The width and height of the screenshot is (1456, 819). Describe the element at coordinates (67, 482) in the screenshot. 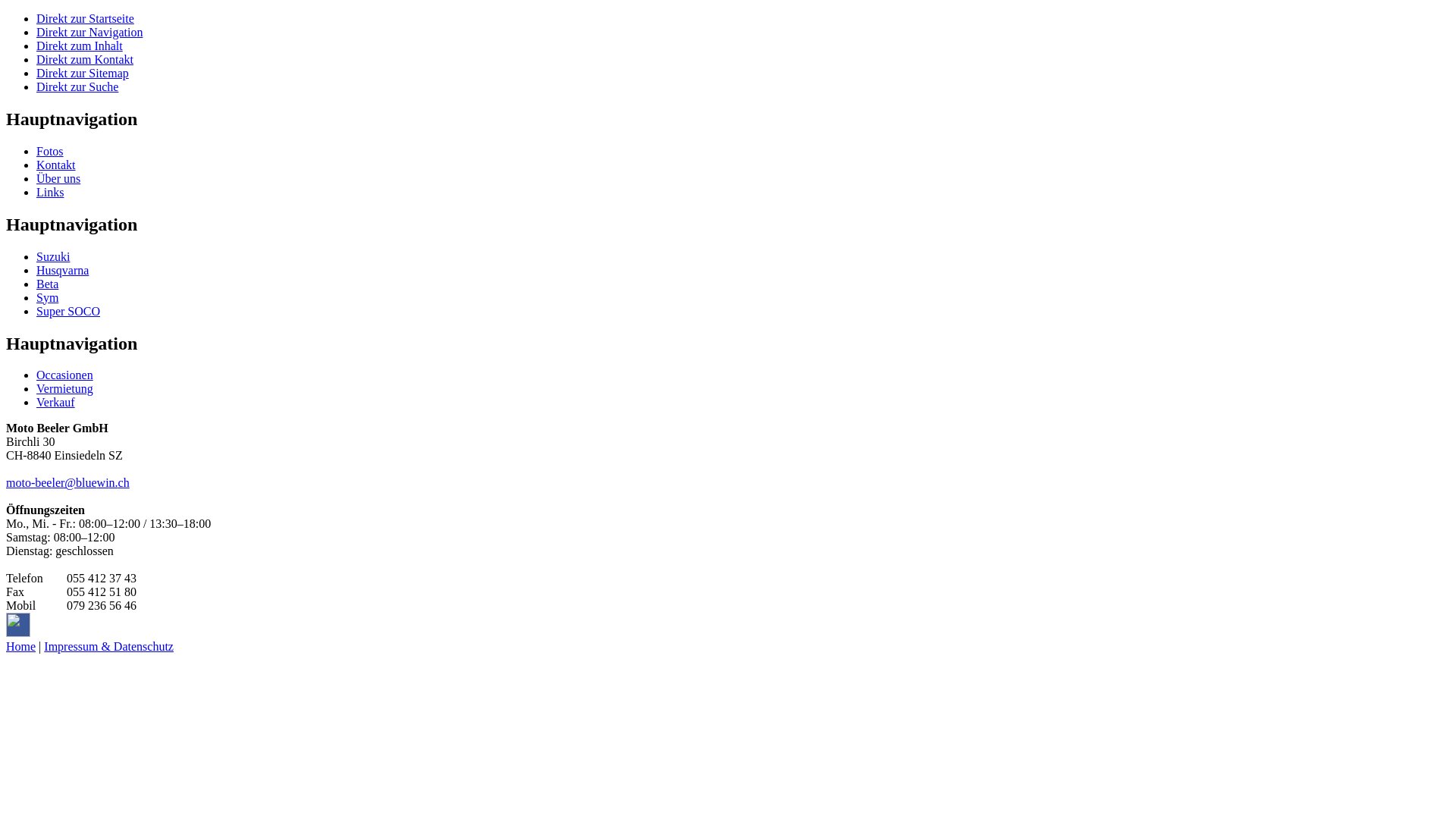

I see `'moto-beeler@bluewin.ch'` at that location.